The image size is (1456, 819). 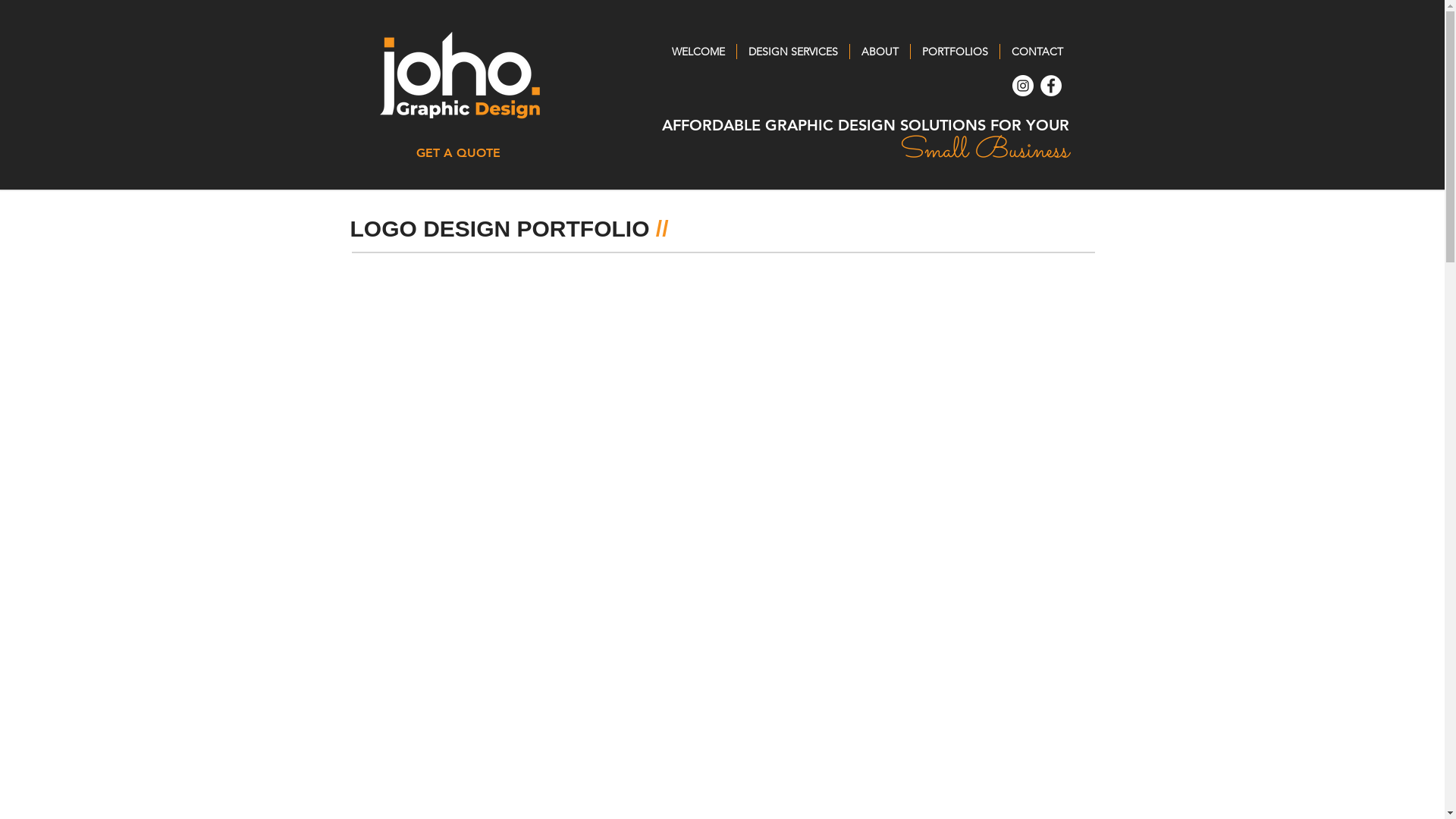 What do you see at coordinates (1036, 51) in the screenshot?
I see `'CONTACT'` at bounding box center [1036, 51].